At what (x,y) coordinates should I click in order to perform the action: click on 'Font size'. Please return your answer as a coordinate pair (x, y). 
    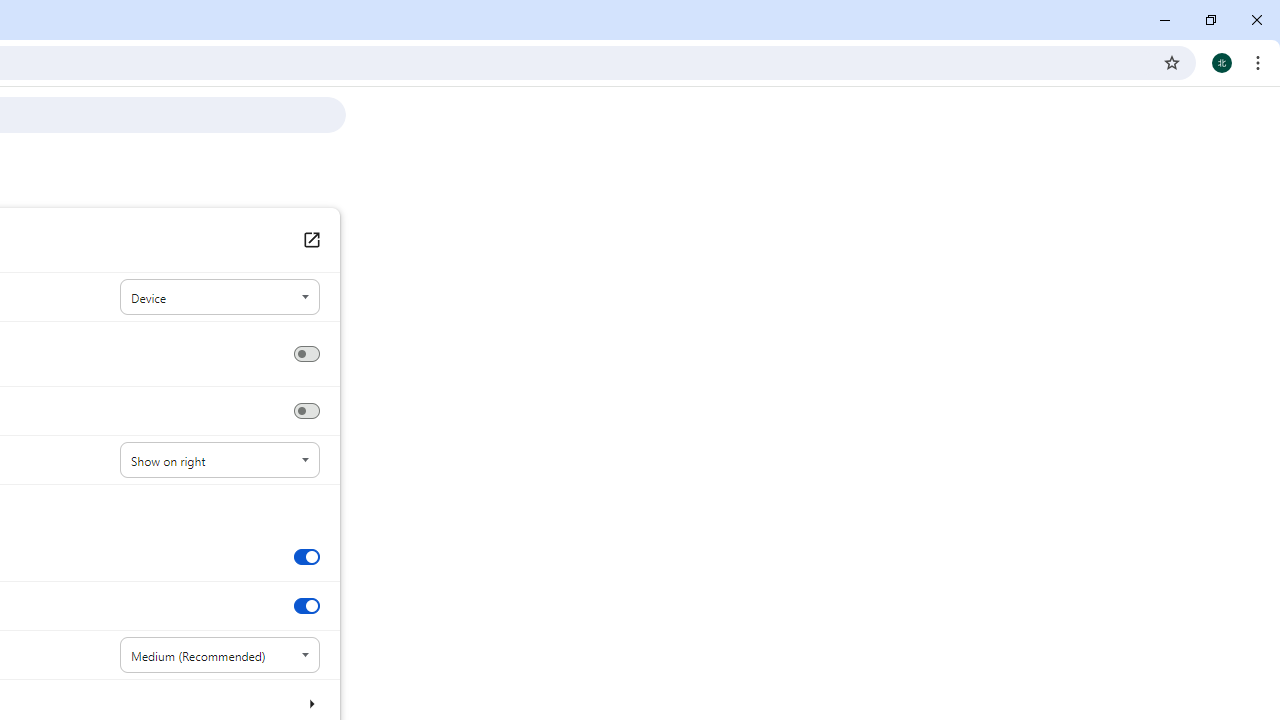
    Looking at the image, I should click on (219, 655).